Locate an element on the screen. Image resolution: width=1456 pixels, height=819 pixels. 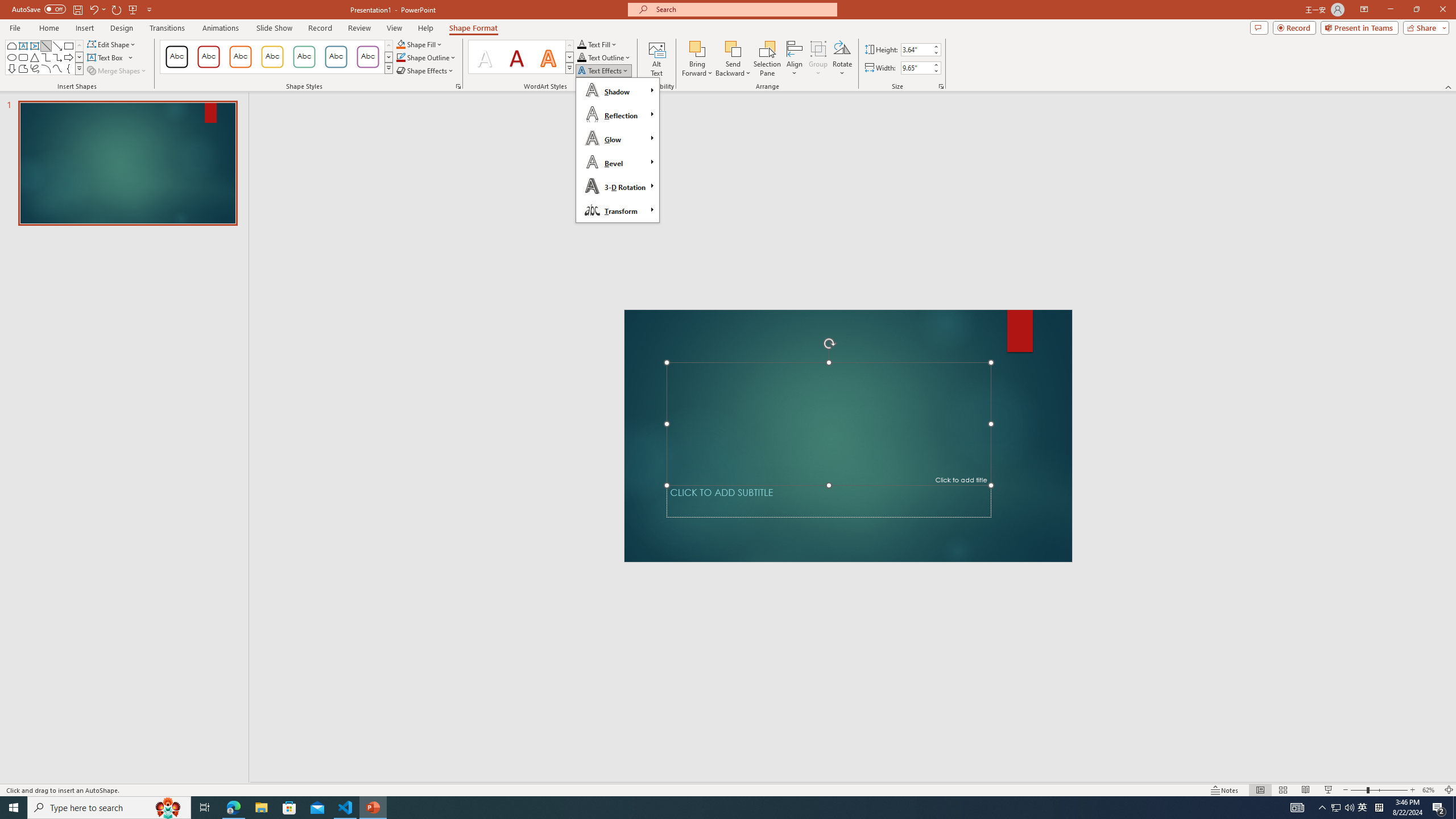
'Colored Outline - Green, Accent 4' is located at coordinates (304, 56).